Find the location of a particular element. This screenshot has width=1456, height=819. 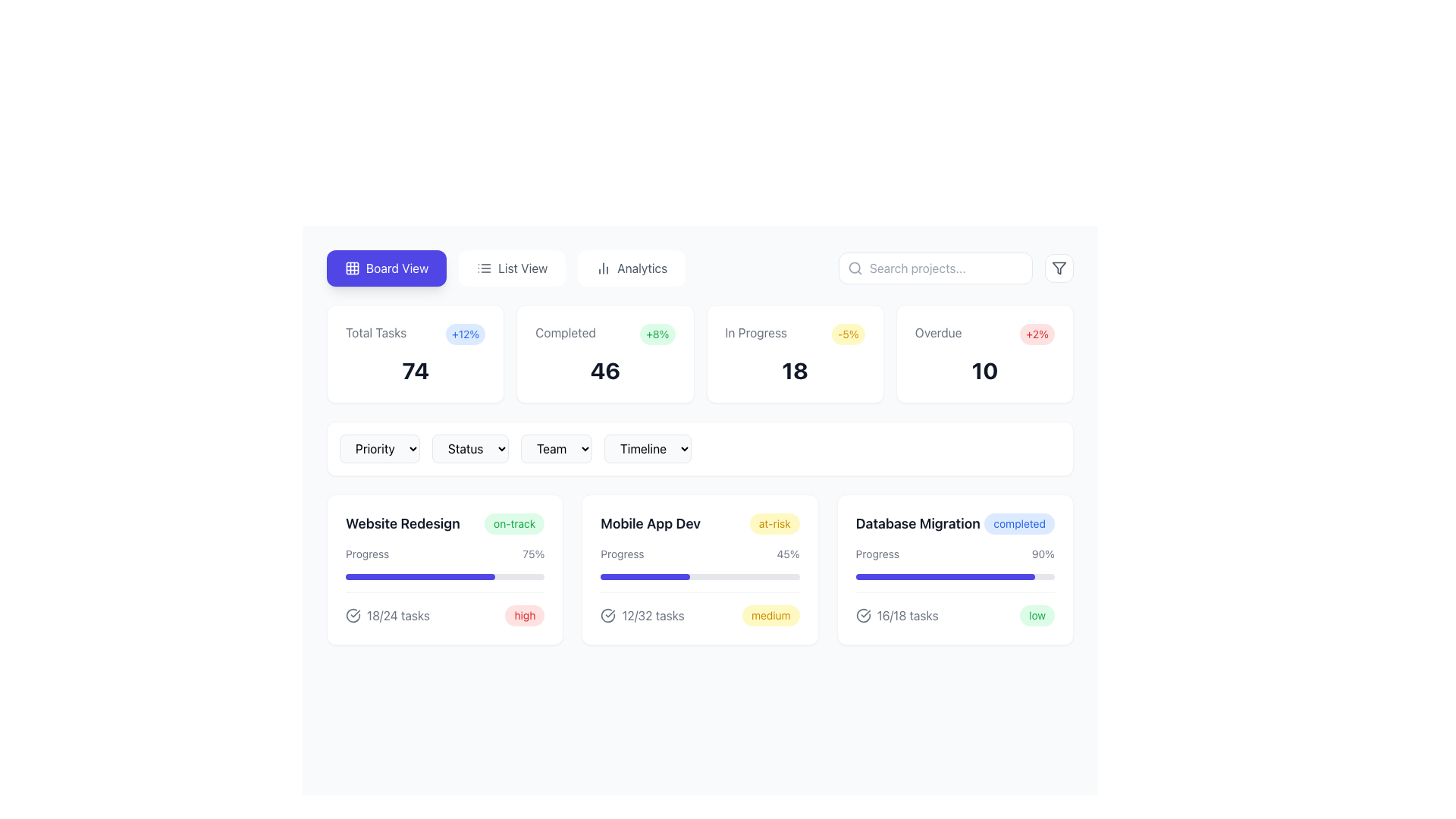

the horizontal progress bar with a gray background and a blue foreground indicating 75% progress, located within the 'Website Redesign' card is located at coordinates (444, 576).